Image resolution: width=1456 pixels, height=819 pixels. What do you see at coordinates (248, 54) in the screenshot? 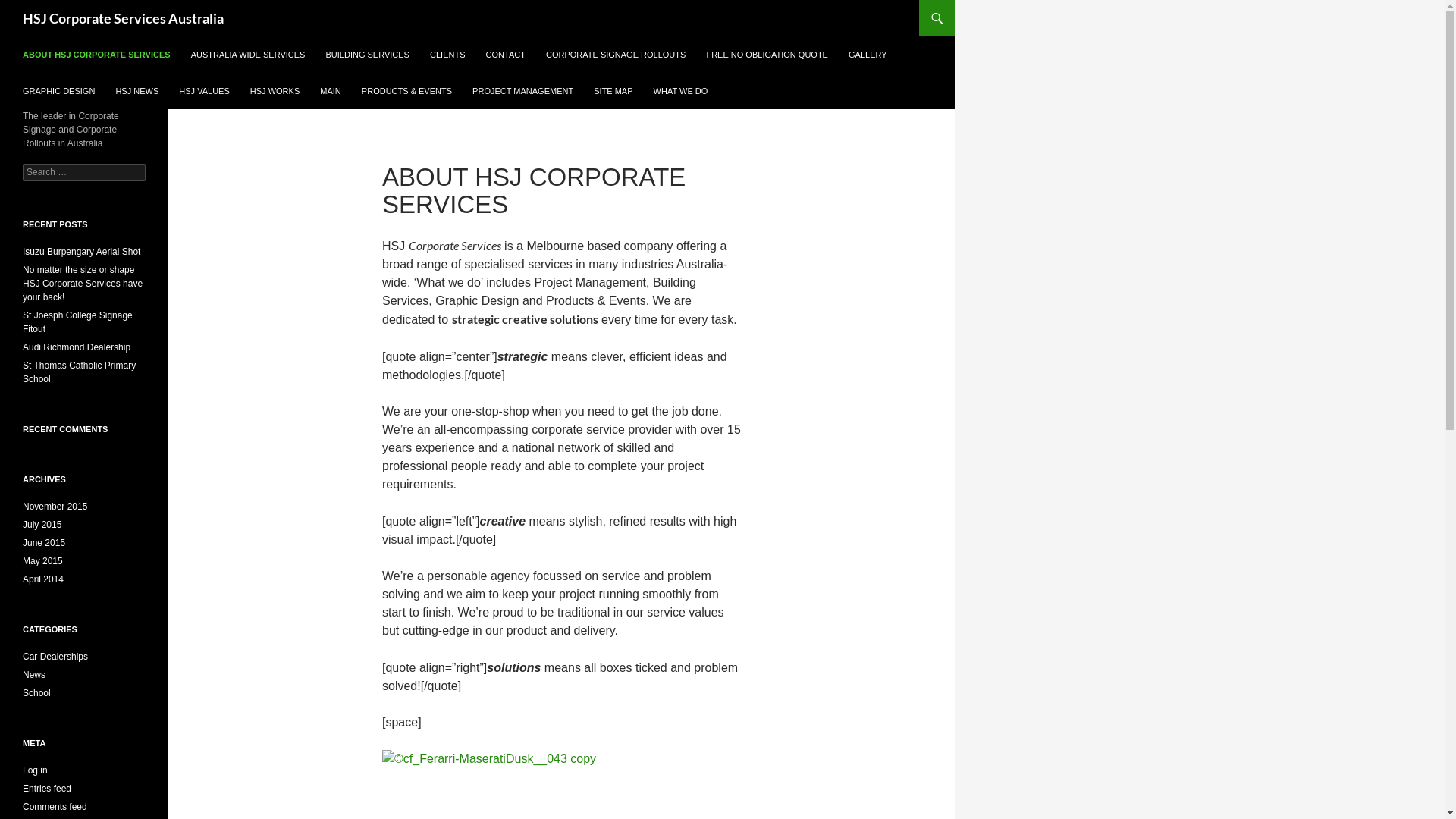
I see `'AUSTRALIA WIDE SERVICES'` at bounding box center [248, 54].